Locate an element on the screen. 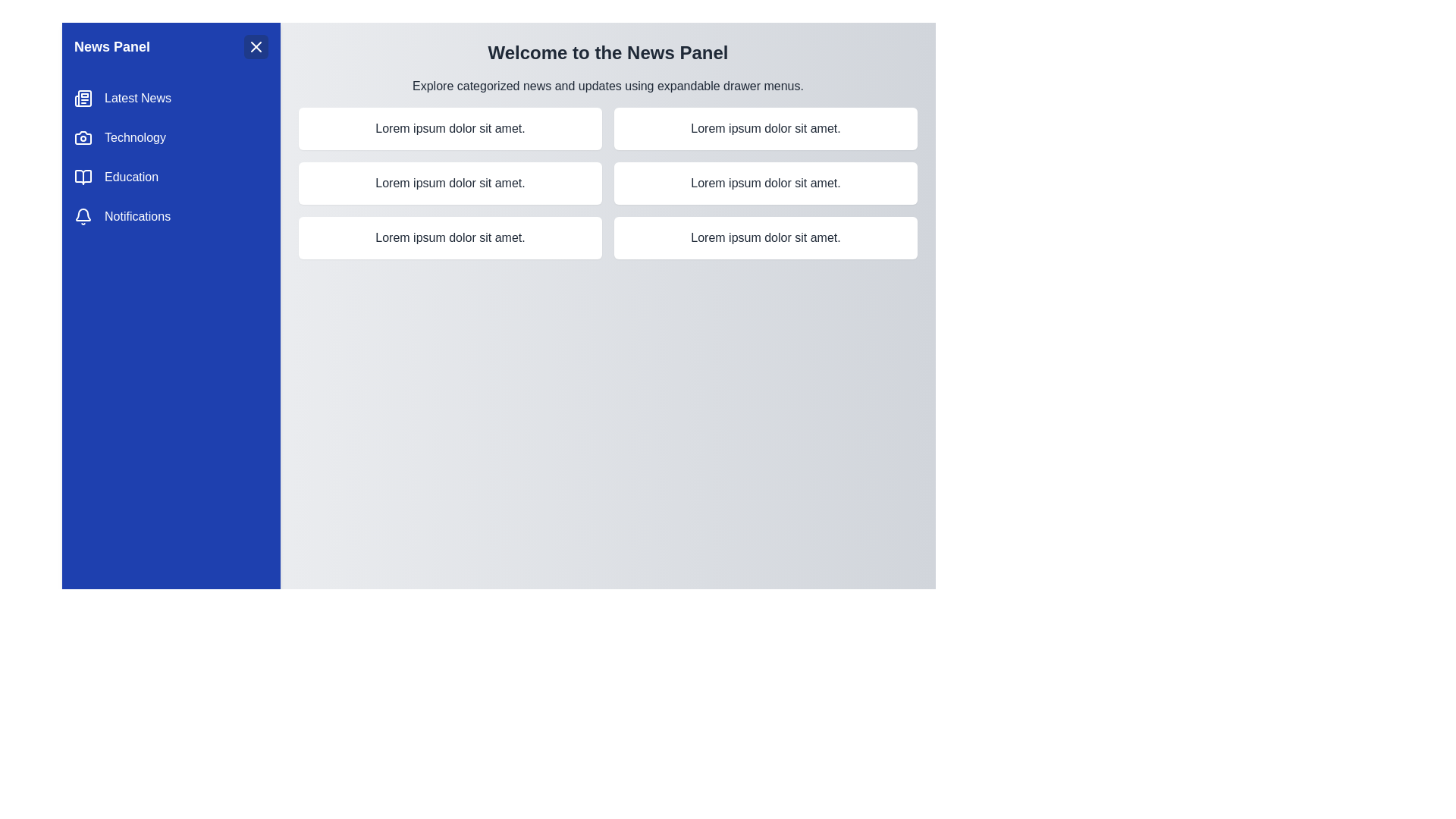 This screenshot has width=1456, height=819. the Education category in the drawer menu is located at coordinates (171, 177).